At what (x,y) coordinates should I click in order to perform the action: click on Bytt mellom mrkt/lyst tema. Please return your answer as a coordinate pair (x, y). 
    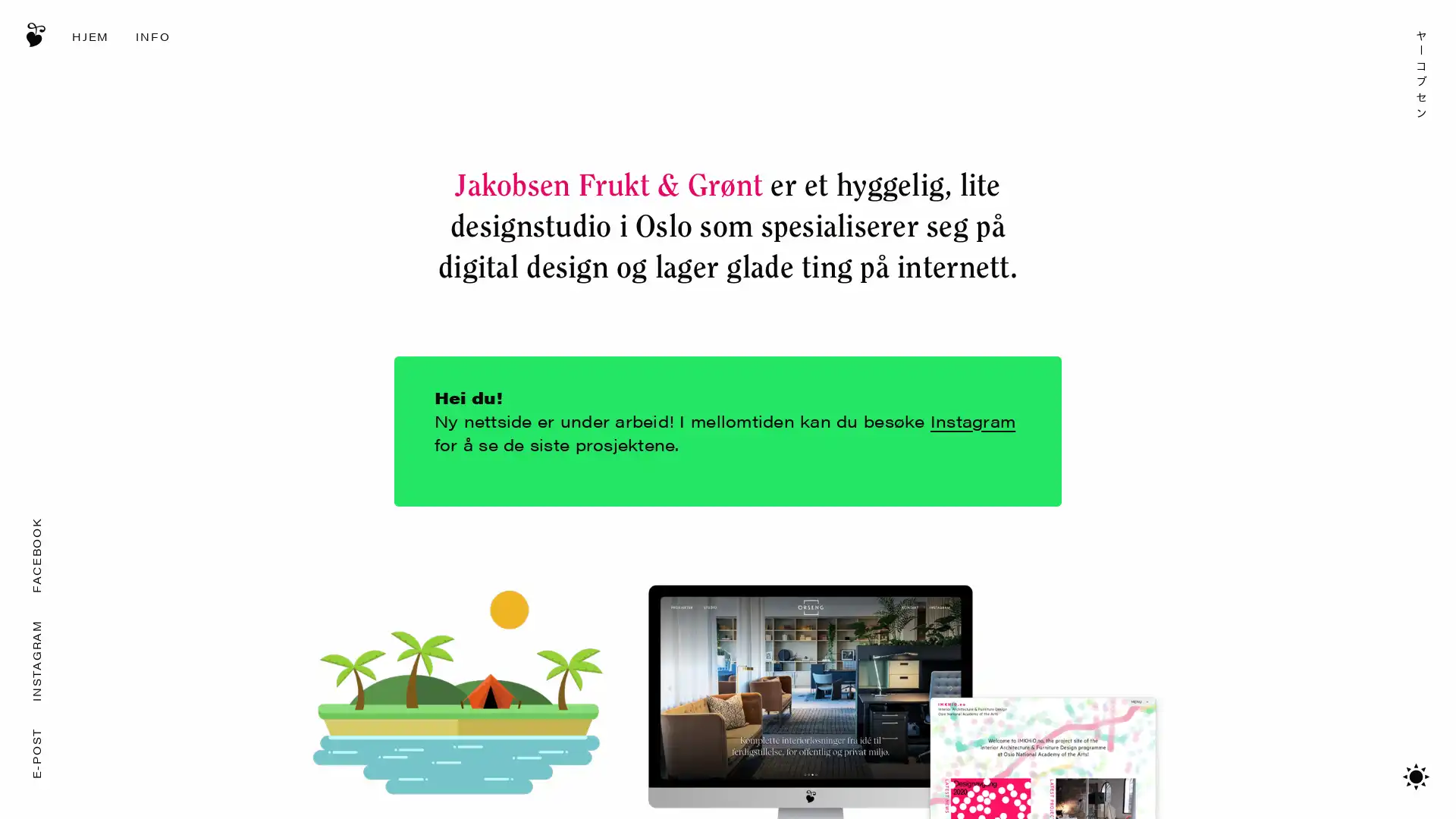
    Looking at the image, I should click on (1414, 777).